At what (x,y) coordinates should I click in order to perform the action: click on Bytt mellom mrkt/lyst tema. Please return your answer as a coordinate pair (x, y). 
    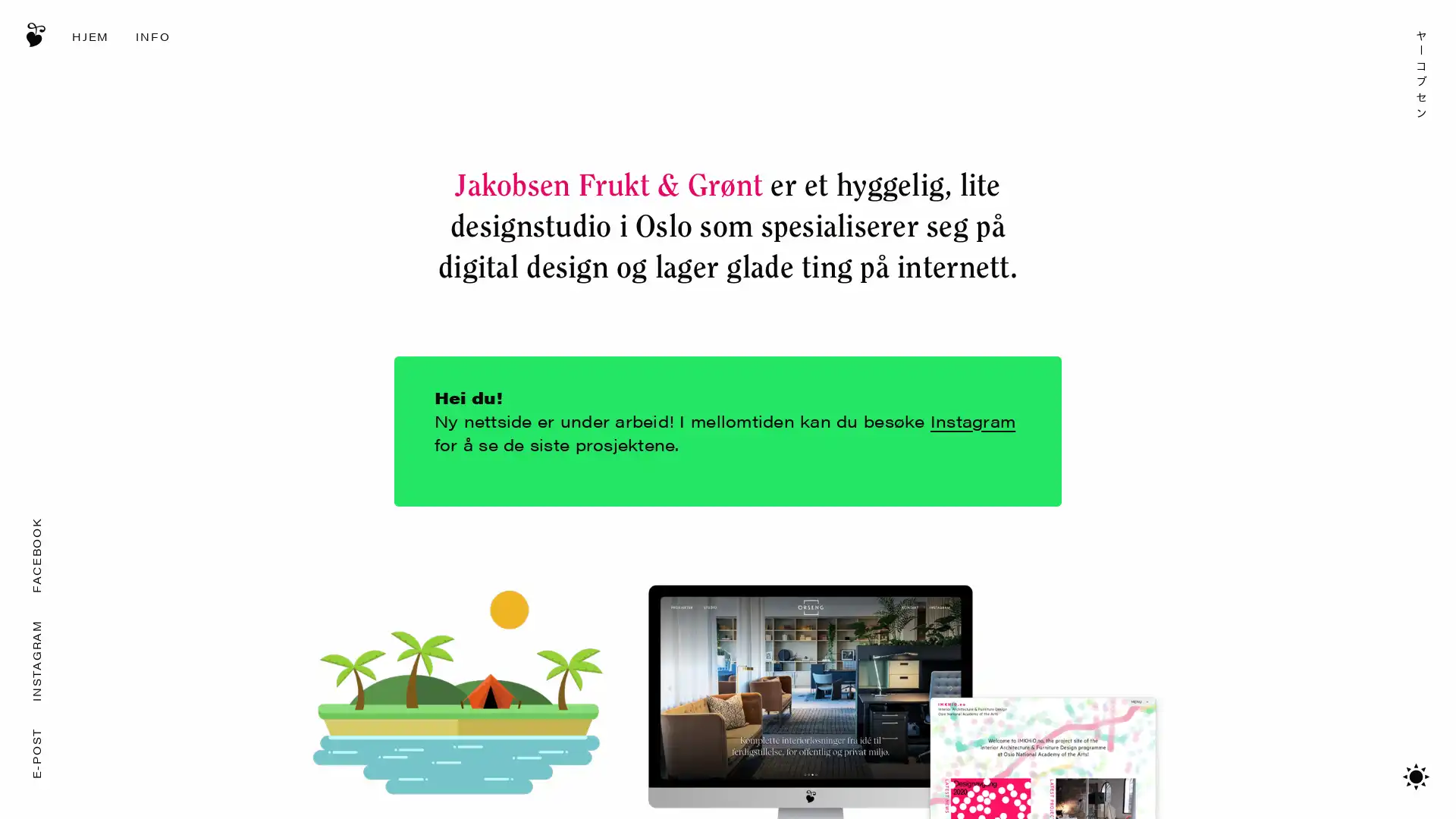
    Looking at the image, I should click on (1414, 777).